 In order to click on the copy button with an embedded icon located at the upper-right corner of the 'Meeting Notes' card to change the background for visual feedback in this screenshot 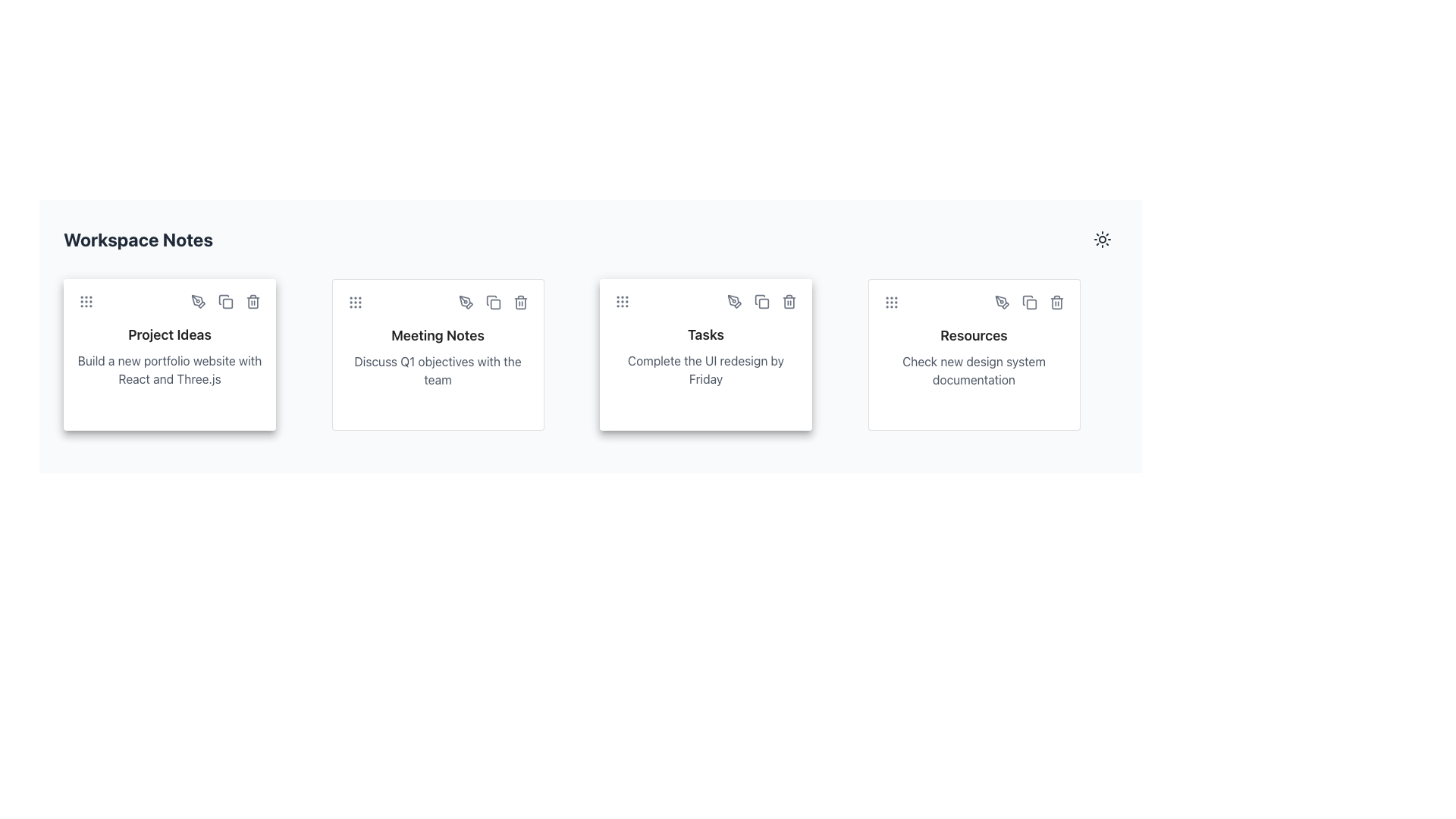, I will do `click(493, 302)`.